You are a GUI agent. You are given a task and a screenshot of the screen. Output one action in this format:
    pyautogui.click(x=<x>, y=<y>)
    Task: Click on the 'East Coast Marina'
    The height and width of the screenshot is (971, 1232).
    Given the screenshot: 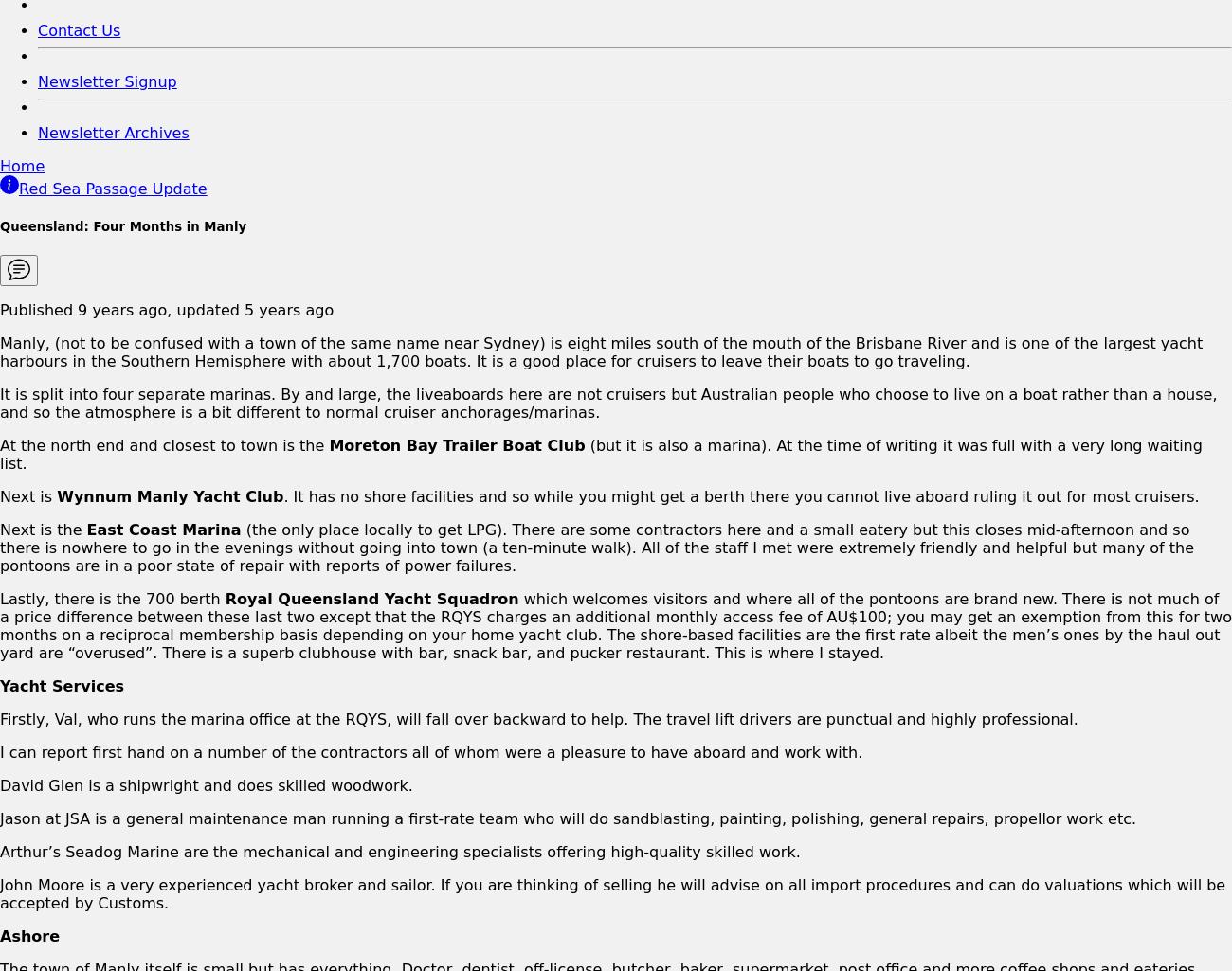 What is the action you would take?
    pyautogui.click(x=86, y=528)
    